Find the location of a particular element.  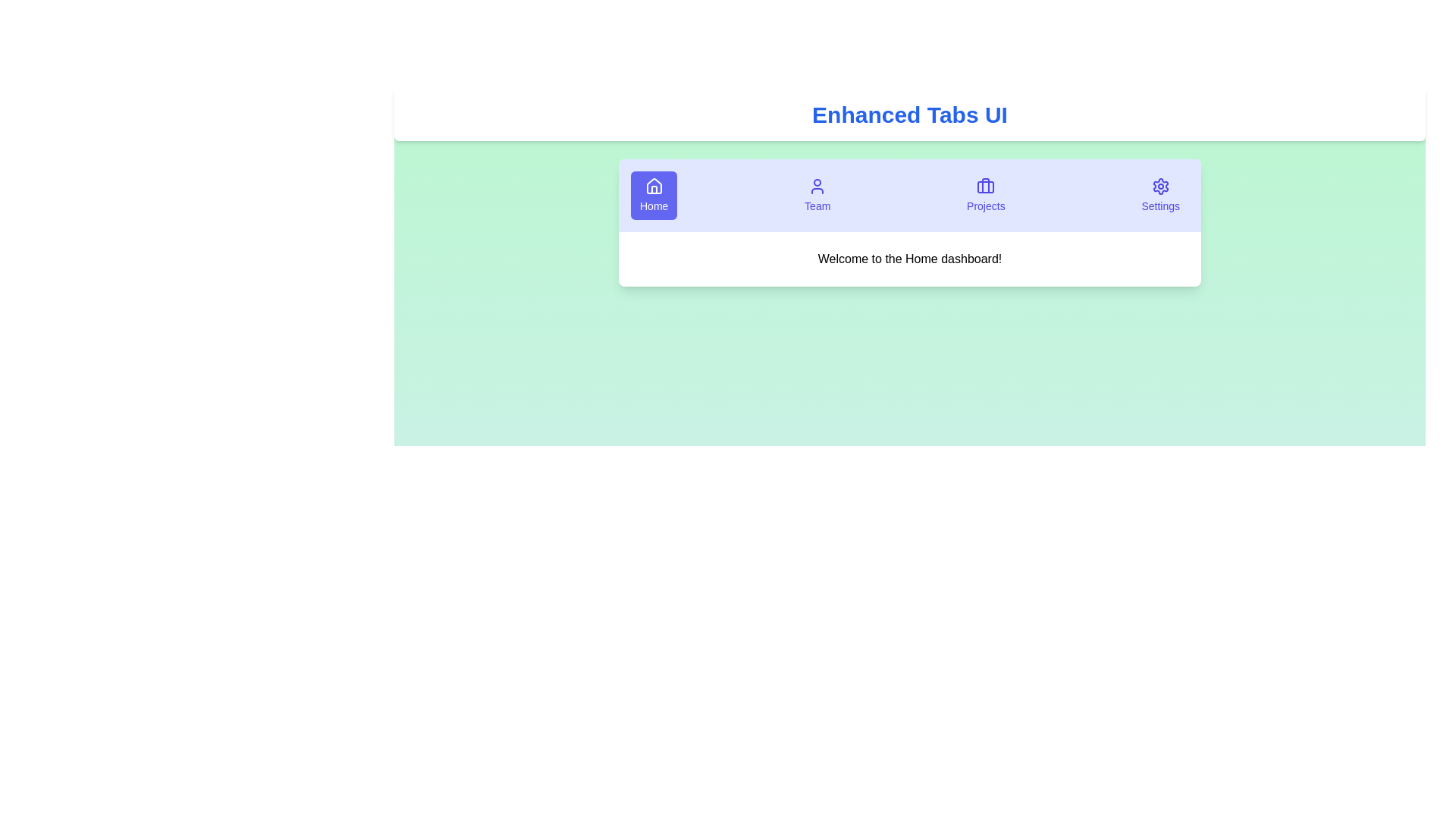

the 'Home' icon located at the top-left corner of the navigation bar is located at coordinates (654, 186).